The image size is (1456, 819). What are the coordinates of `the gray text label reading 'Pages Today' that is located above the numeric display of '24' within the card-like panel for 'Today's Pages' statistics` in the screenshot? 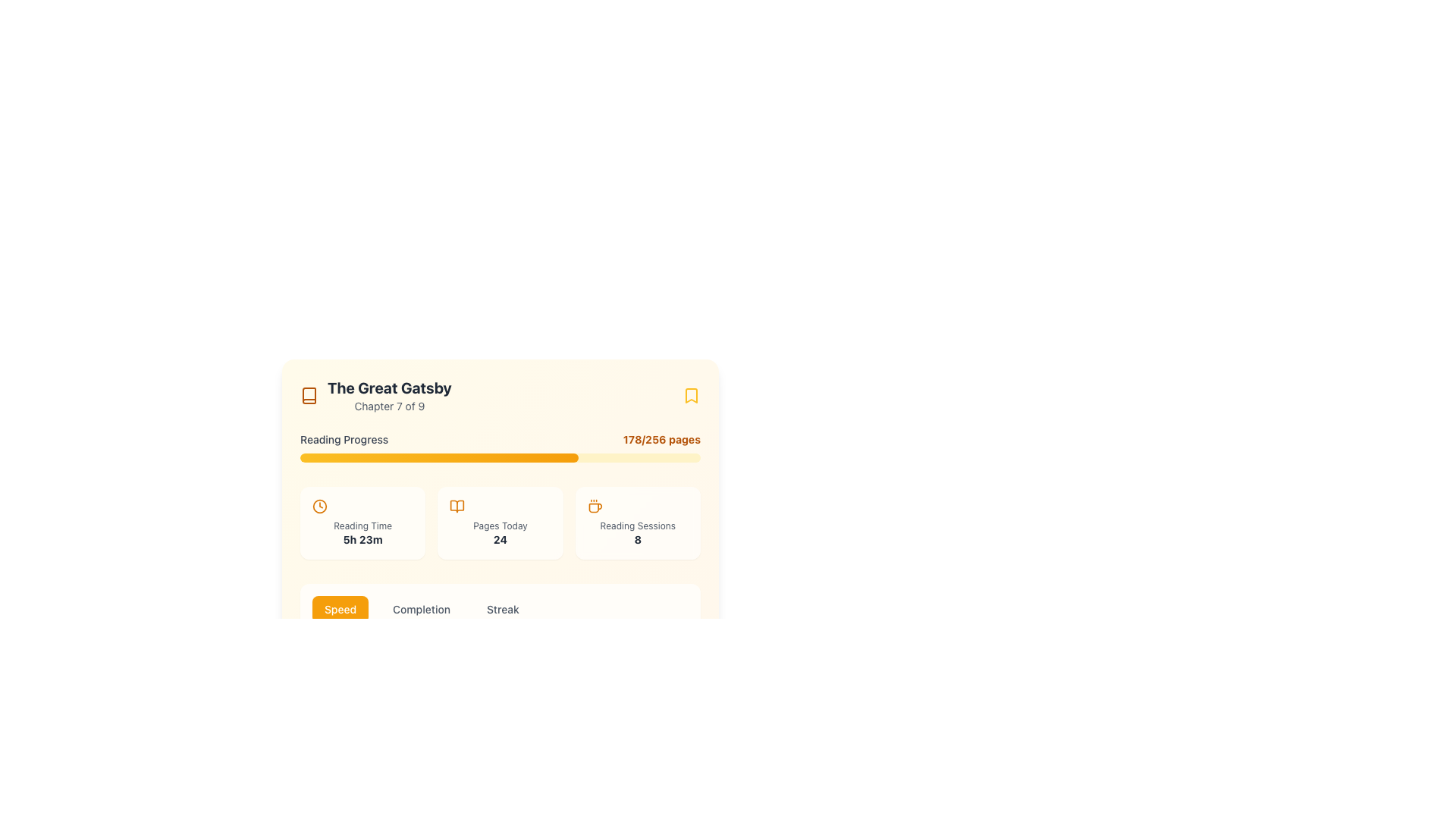 It's located at (500, 526).